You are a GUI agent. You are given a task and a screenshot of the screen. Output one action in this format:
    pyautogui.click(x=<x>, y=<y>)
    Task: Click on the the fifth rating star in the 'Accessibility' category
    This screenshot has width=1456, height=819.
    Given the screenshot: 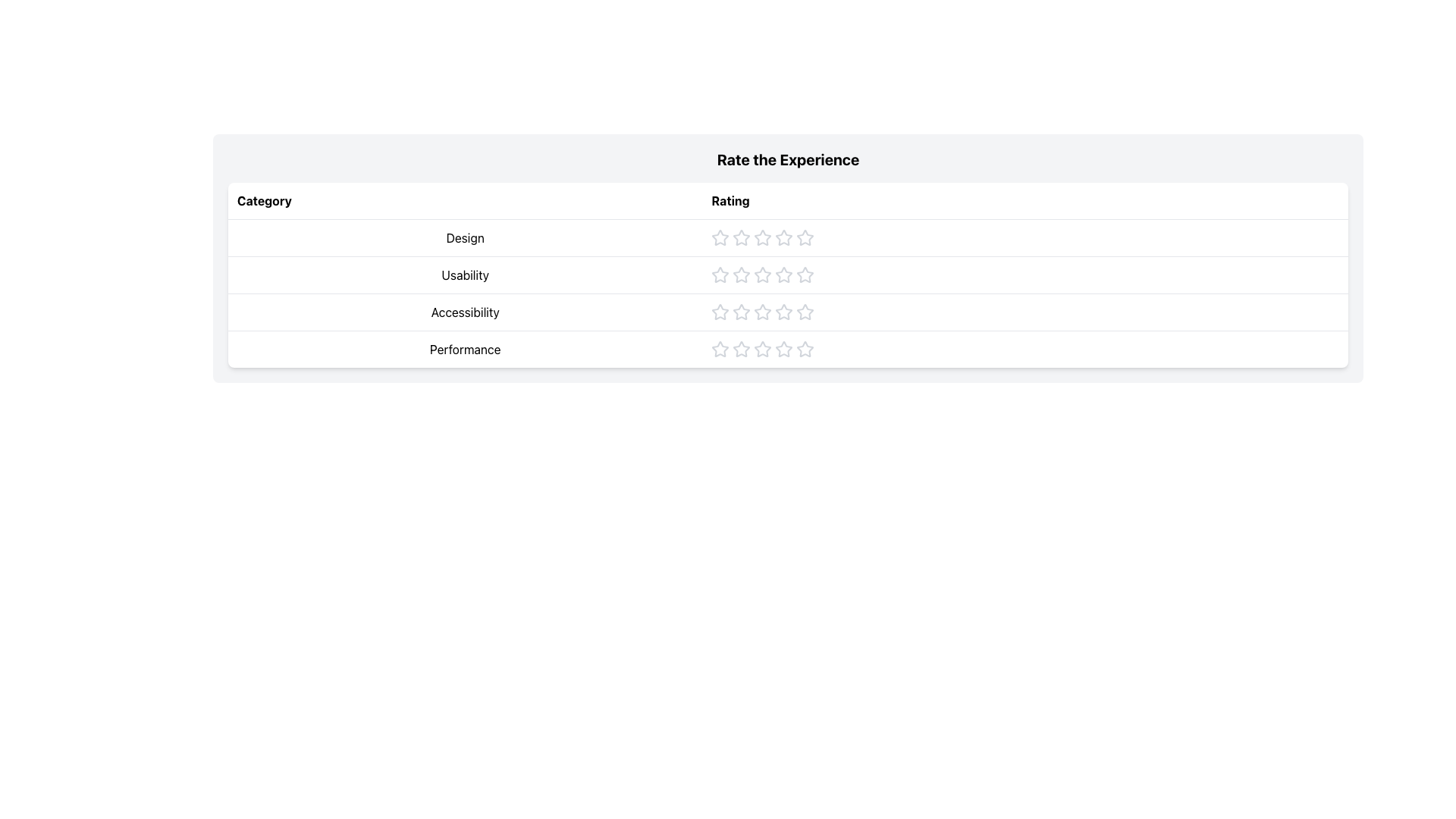 What is the action you would take?
    pyautogui.click(x=805, y=312)
    